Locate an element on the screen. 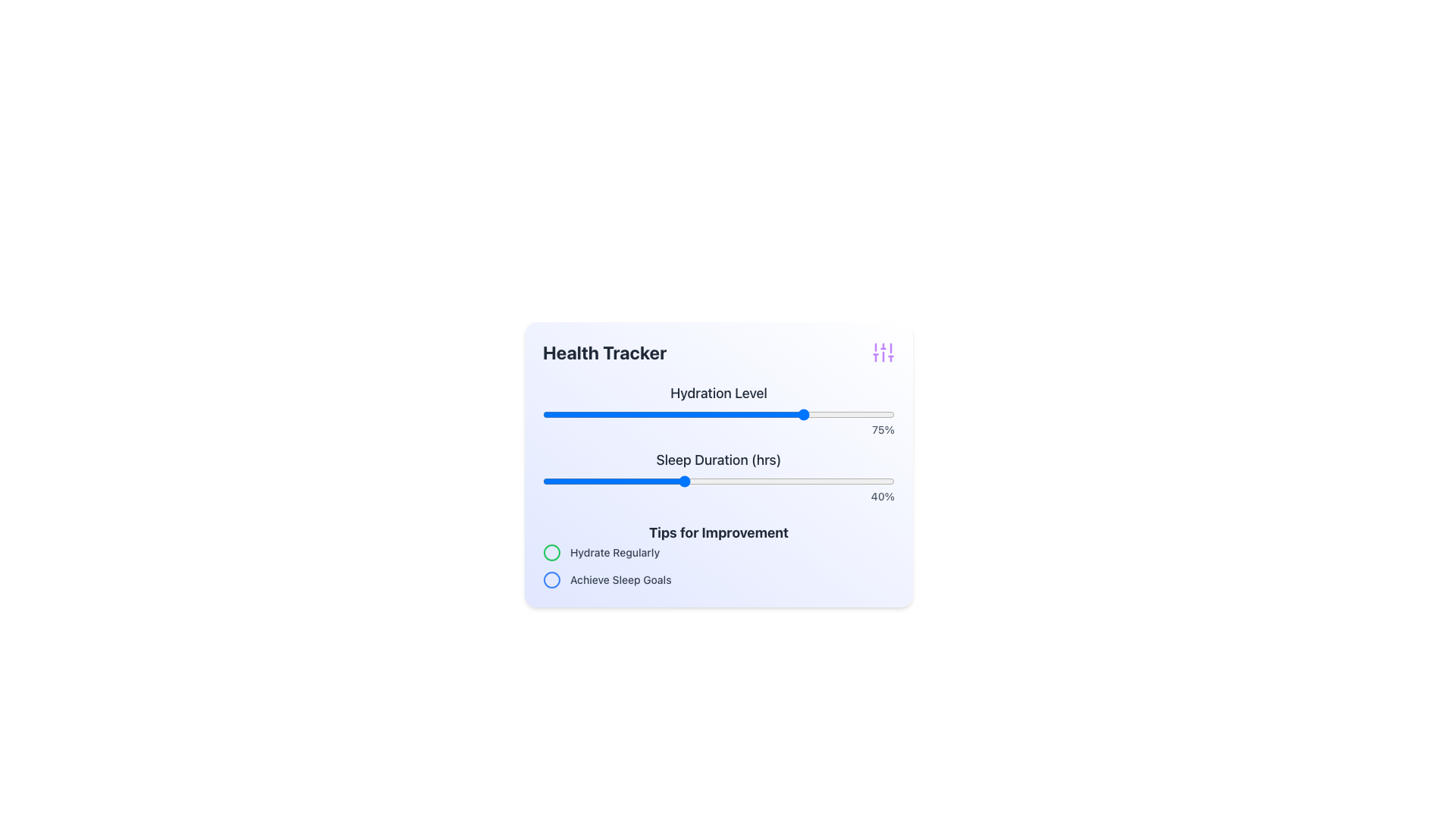 The height and width of the screenshot is (819, 1456). the text label displaying '40%' which is styled in a small font size, medium weight, and gray color, located to the right of the blue slider bar labeled 'Sleep Duration (hrs)', in the second section of the 'Health Tracker' interface is located at coordinates (718, 497).